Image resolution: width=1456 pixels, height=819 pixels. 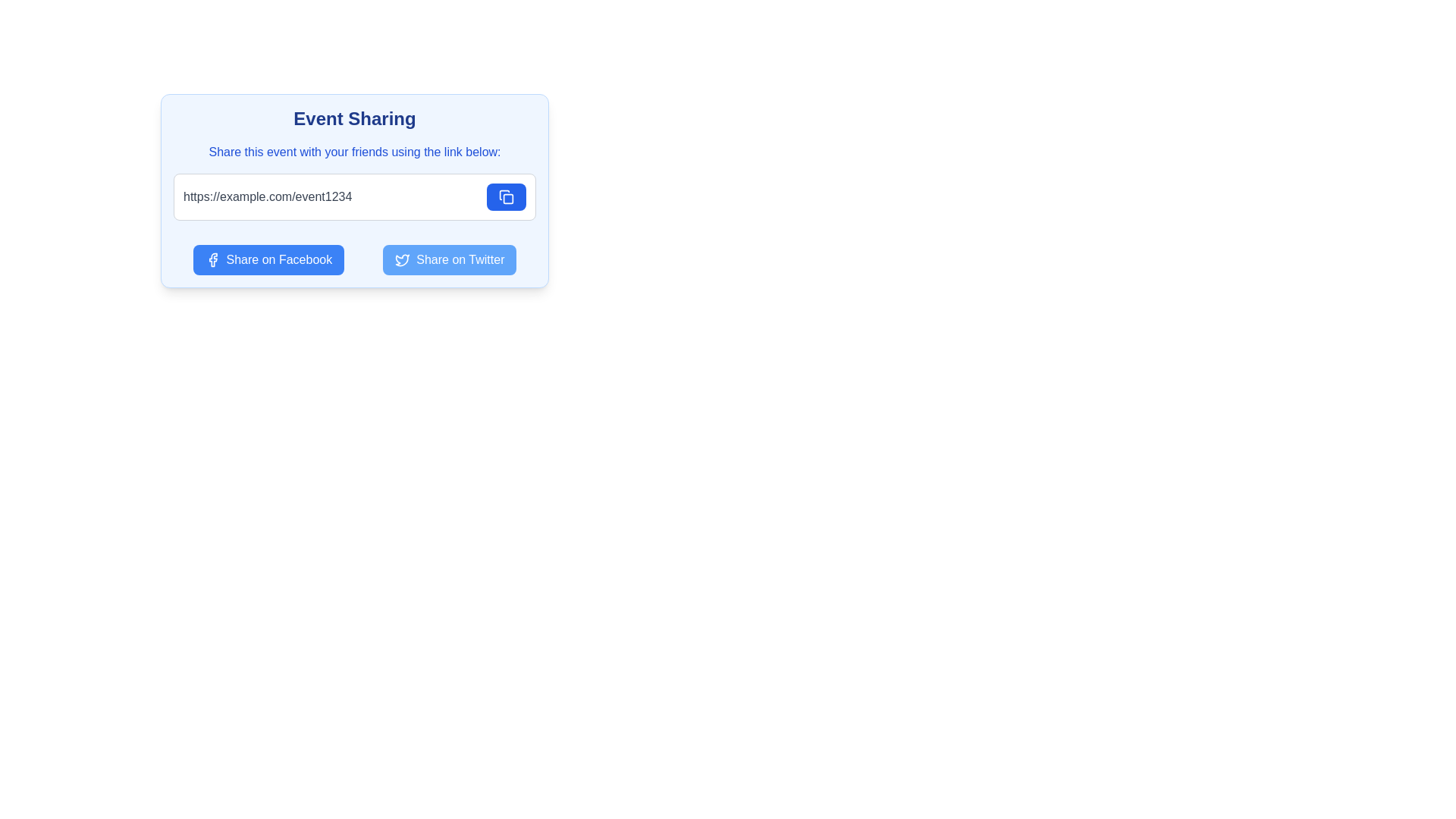 I want to click on the Facebook logo icon within the 'Share on Facebook' button, so click(x=212, y=259).